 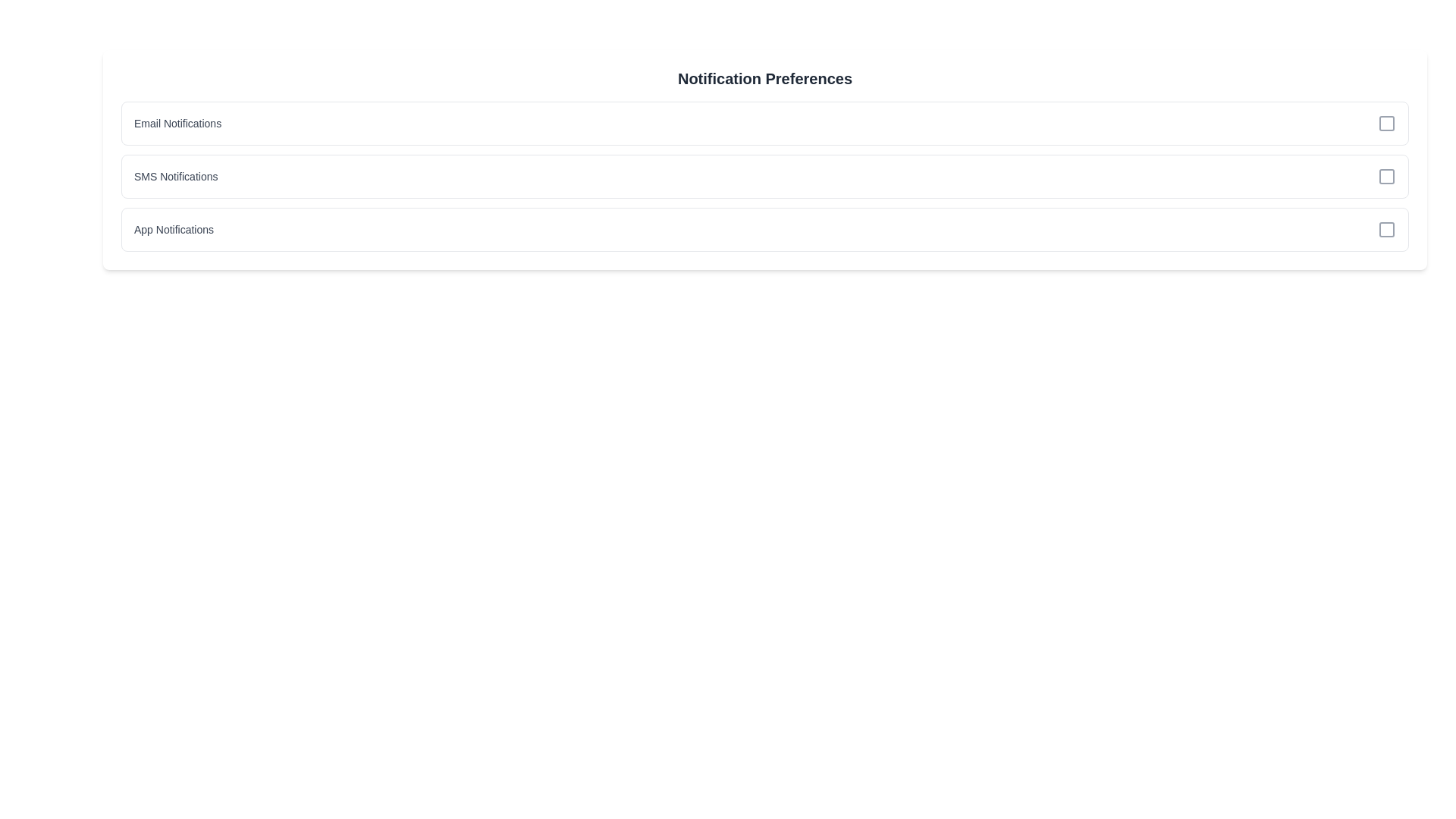 I want to click on the checkbox for 'App Notifications' located on the far right side of its row, so click(x=1386, y=230).